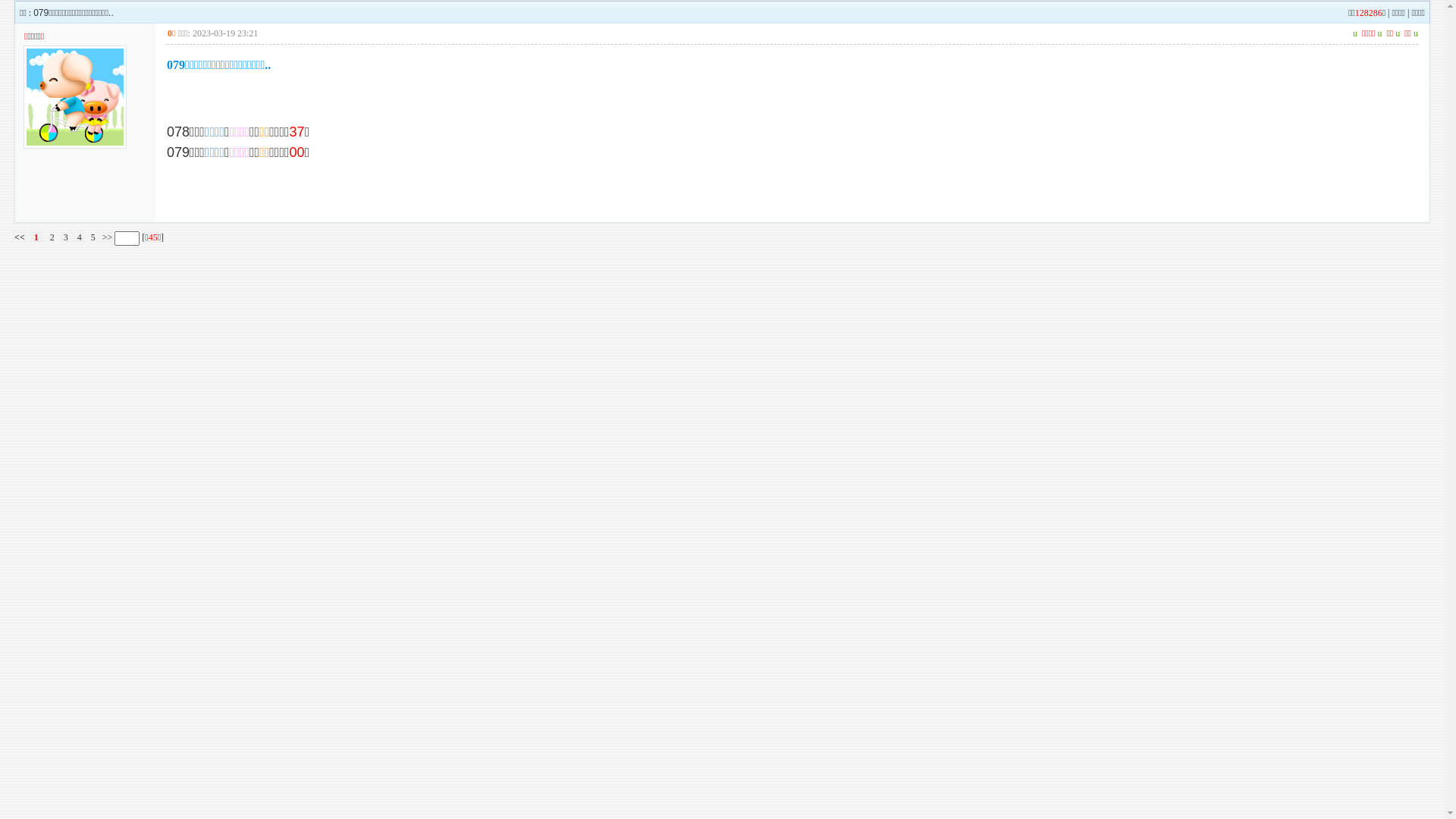 This screenshot has width=1456, height=819. What do you see at coordinates (79, 237) in the screenshot?
I see `'4'` at bounding box center [79, 237].